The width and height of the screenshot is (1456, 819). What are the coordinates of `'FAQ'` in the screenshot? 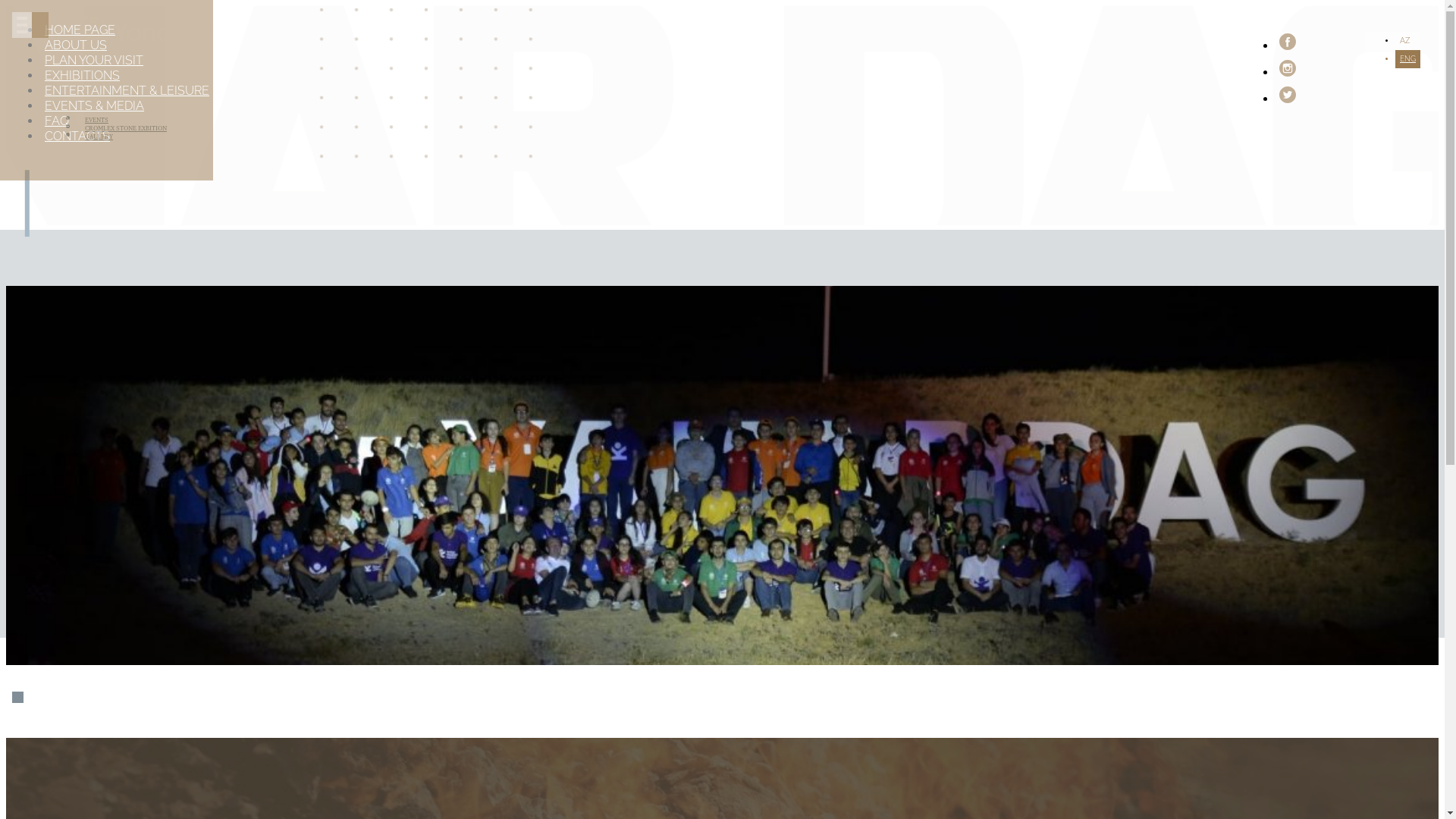 It's located at (57, 120).